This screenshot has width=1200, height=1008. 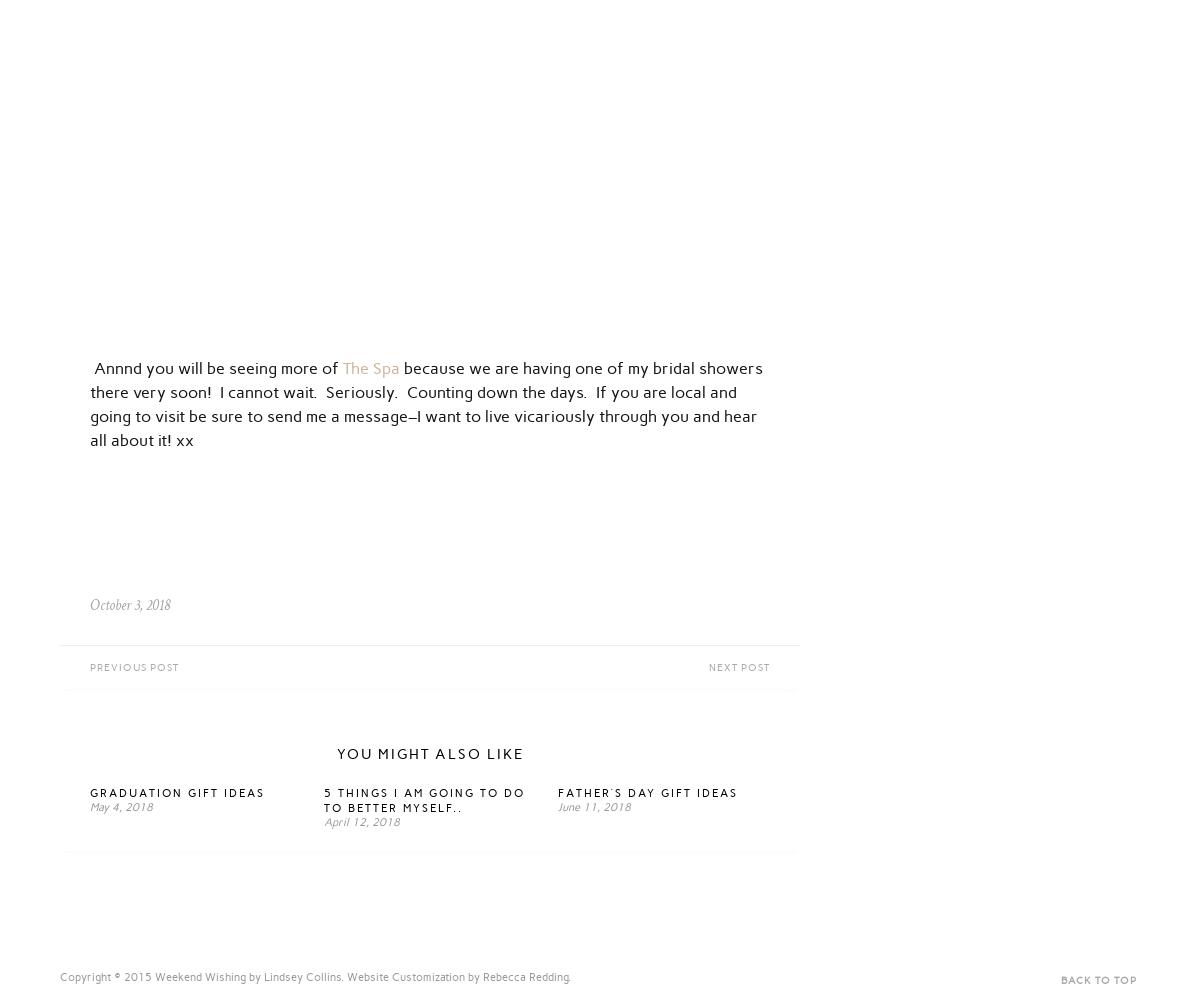 I want to click on 'October 3, 2018', so click(x=90, y=604).